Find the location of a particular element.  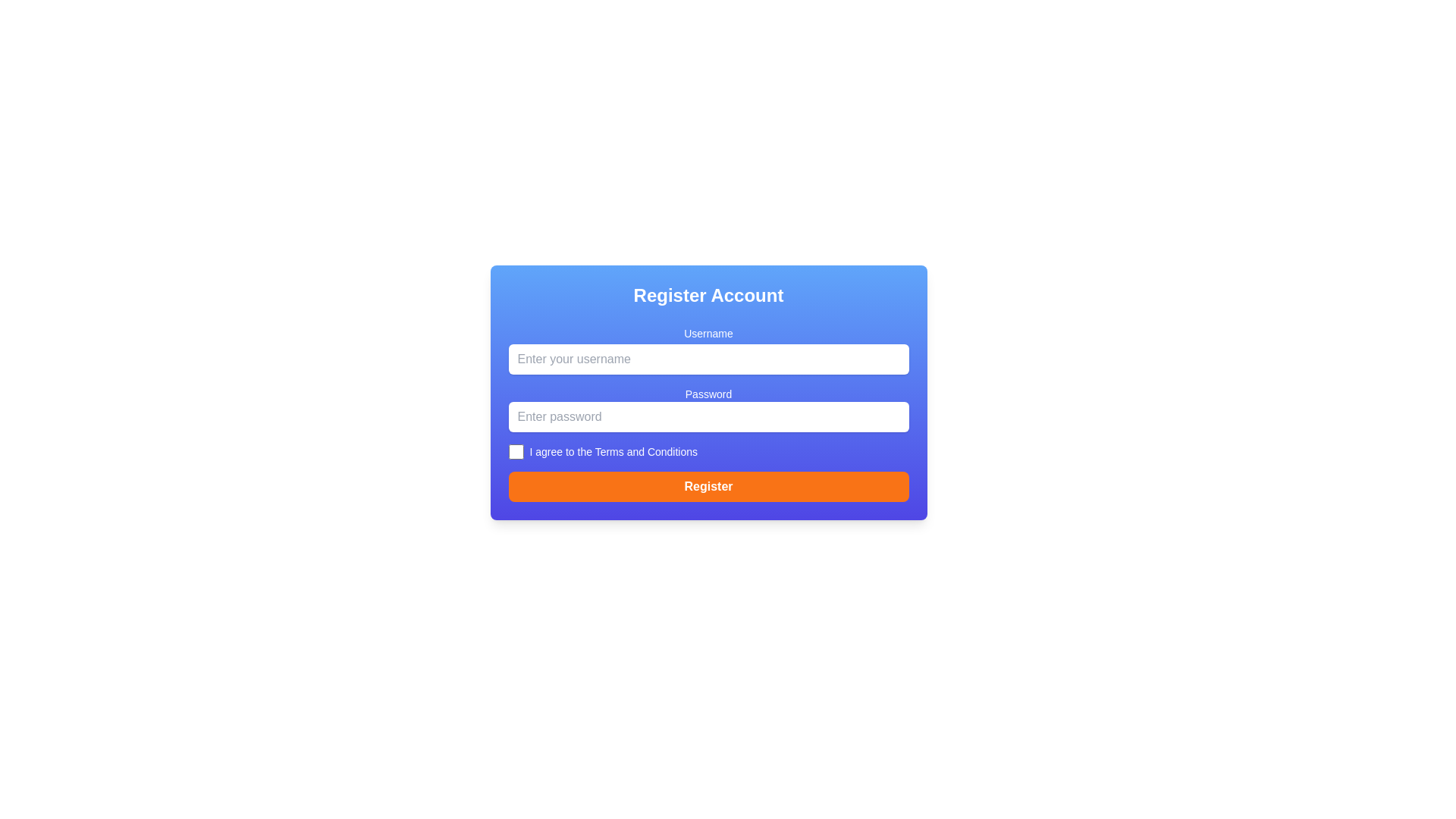

the eye-shaped button located at the right edge of the password input field is located at coordinates (896, 417).